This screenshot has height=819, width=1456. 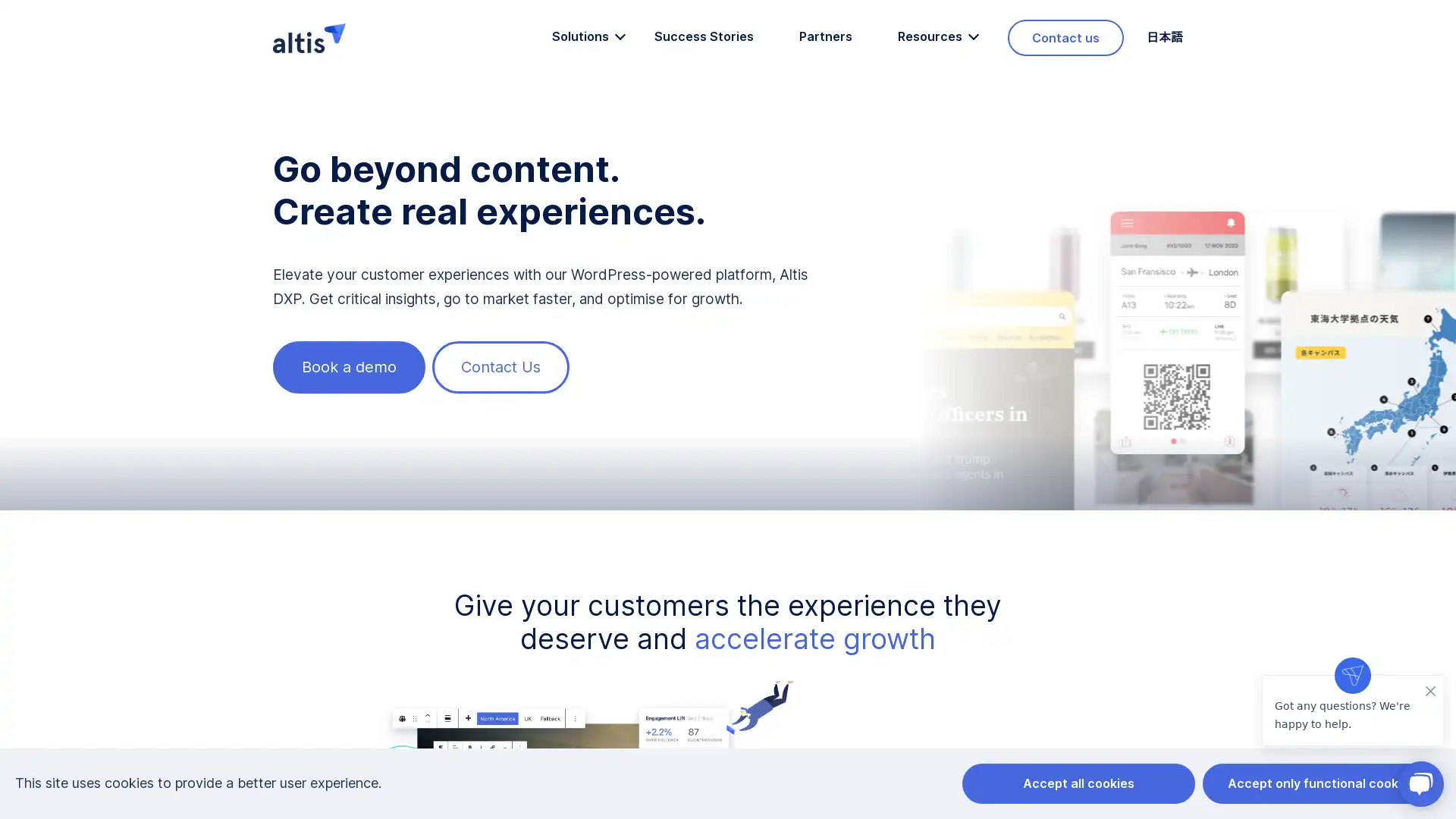 What do you see at coordinates (579, 35) in the screenshot?
I see `Solutions` at bounding box center [579, 35].